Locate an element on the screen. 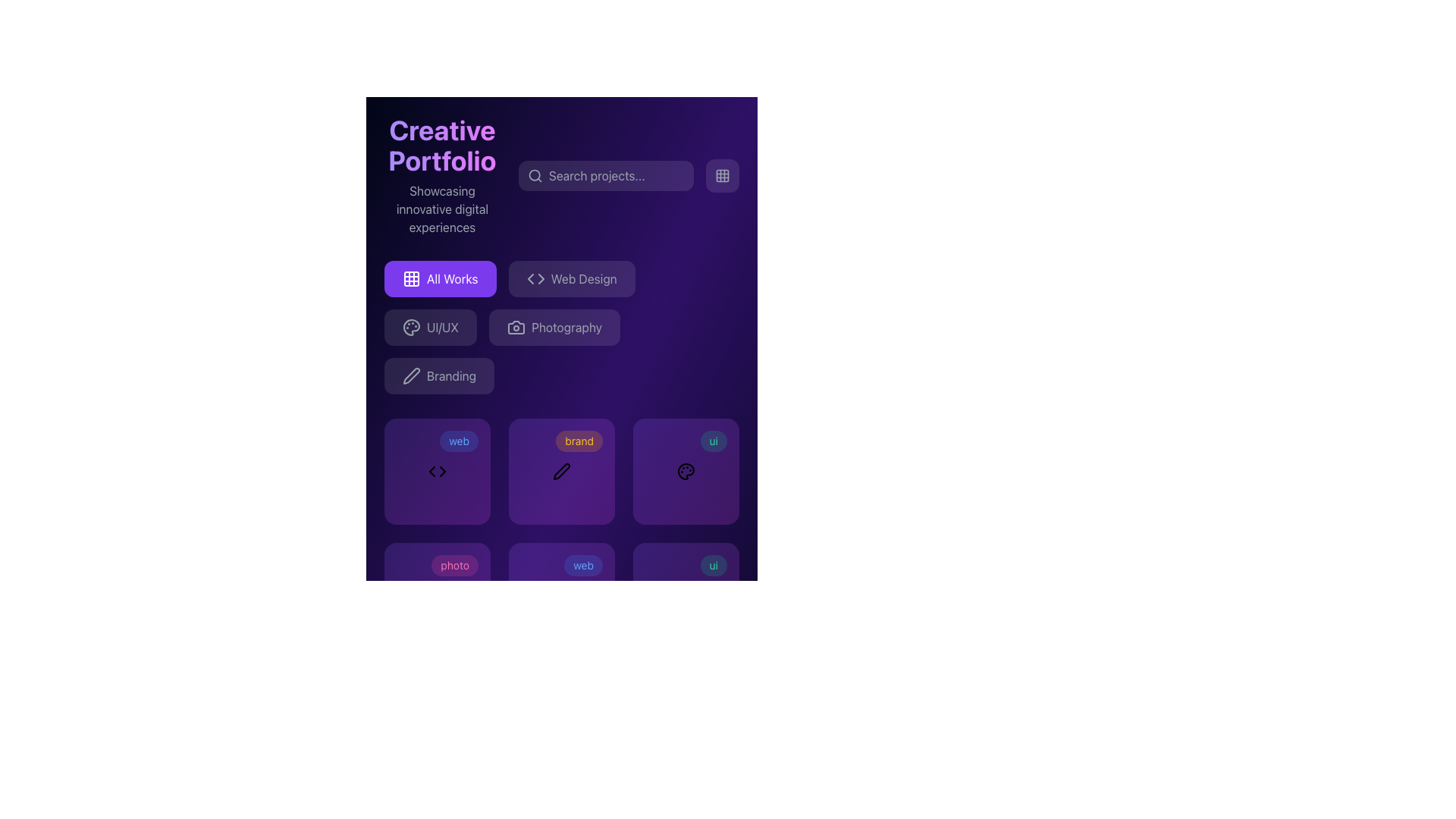 This screenshot has height=819, width=1456. the 'Urban Photography' interactive card component using keyboard navigation is located at coordinates (436, 595).